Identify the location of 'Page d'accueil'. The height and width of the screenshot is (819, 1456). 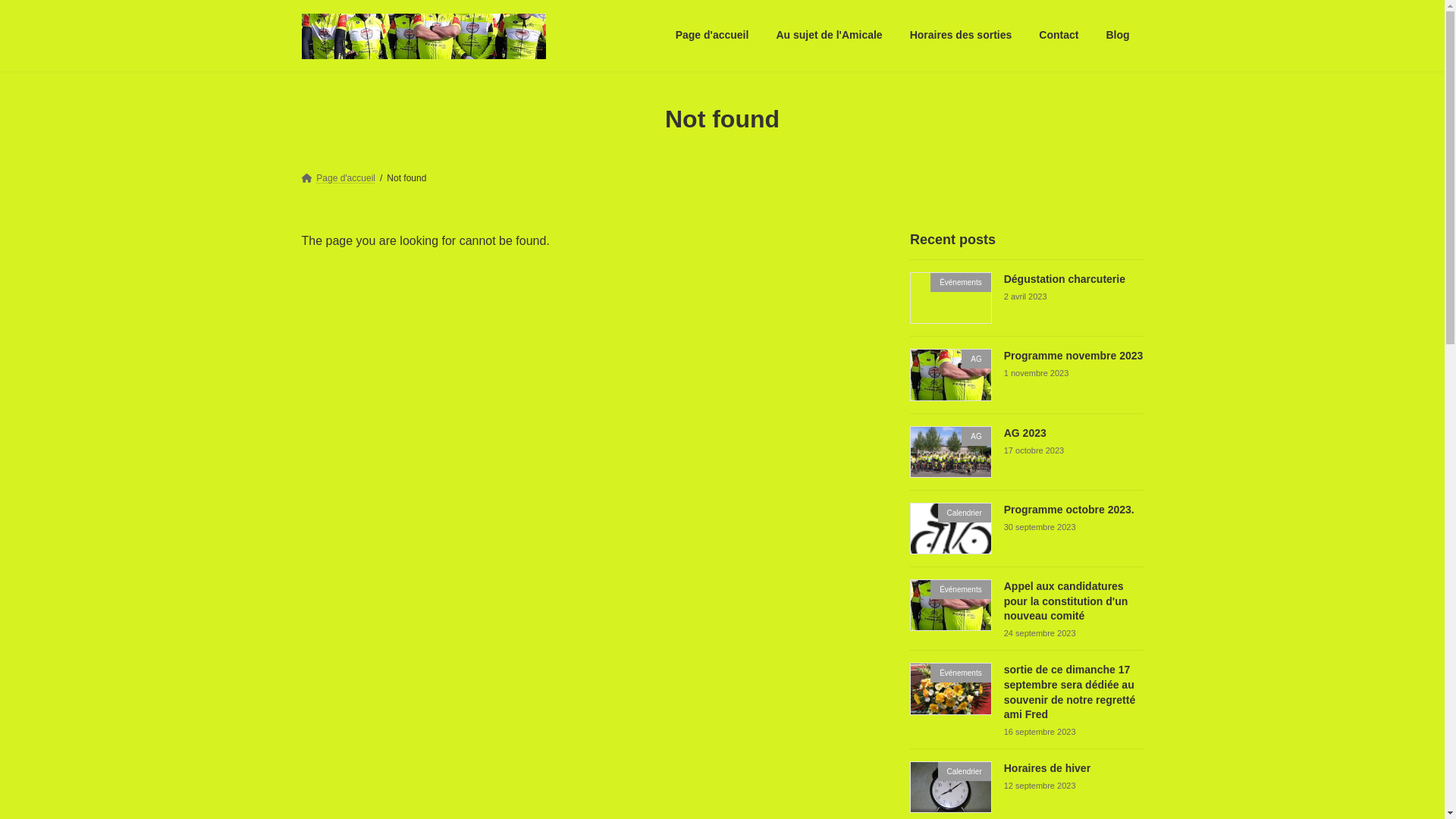
(302, 177).